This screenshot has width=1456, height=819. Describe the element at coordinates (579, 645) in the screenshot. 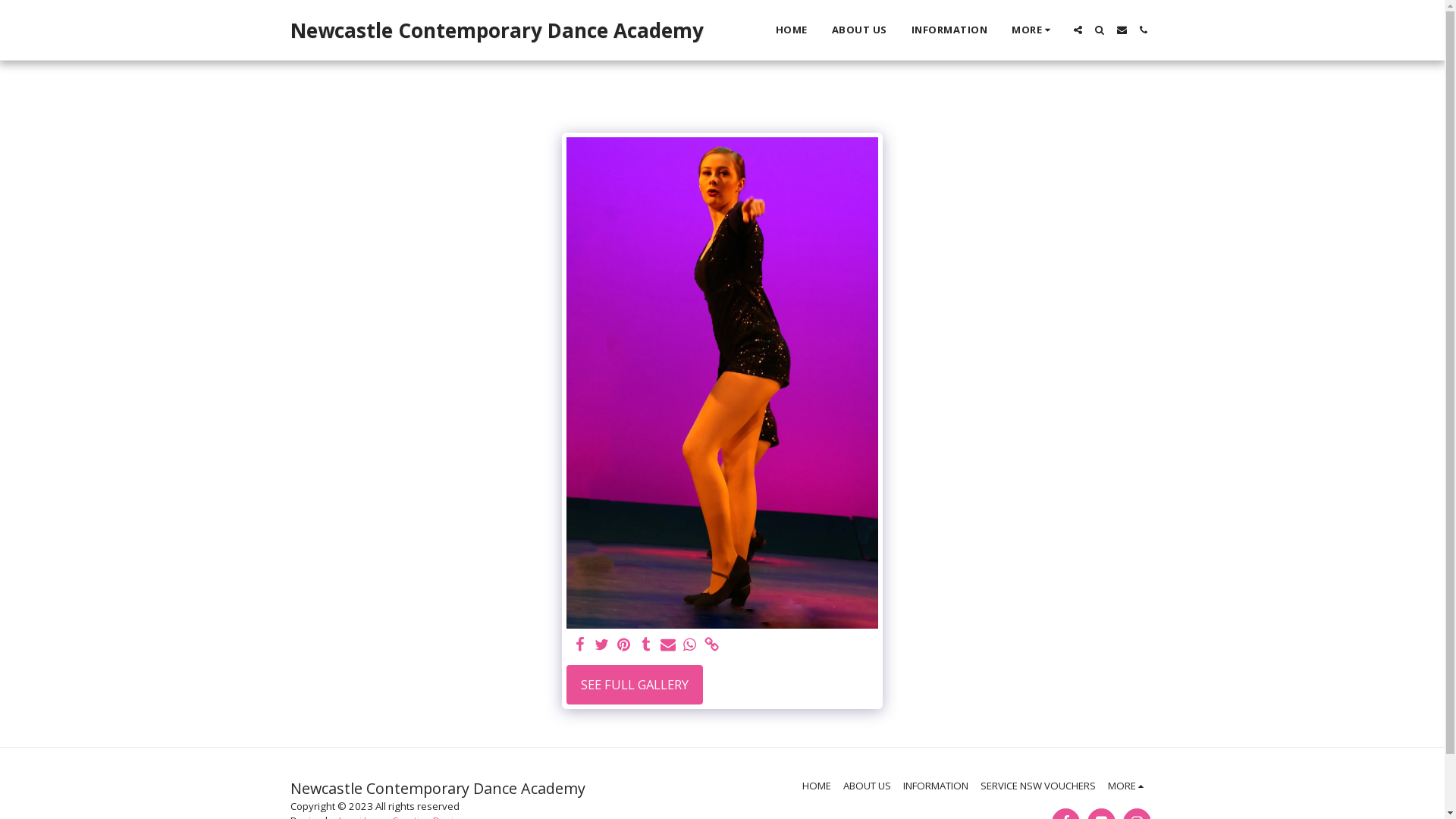

I see `'Share on Facebook'` at that location.